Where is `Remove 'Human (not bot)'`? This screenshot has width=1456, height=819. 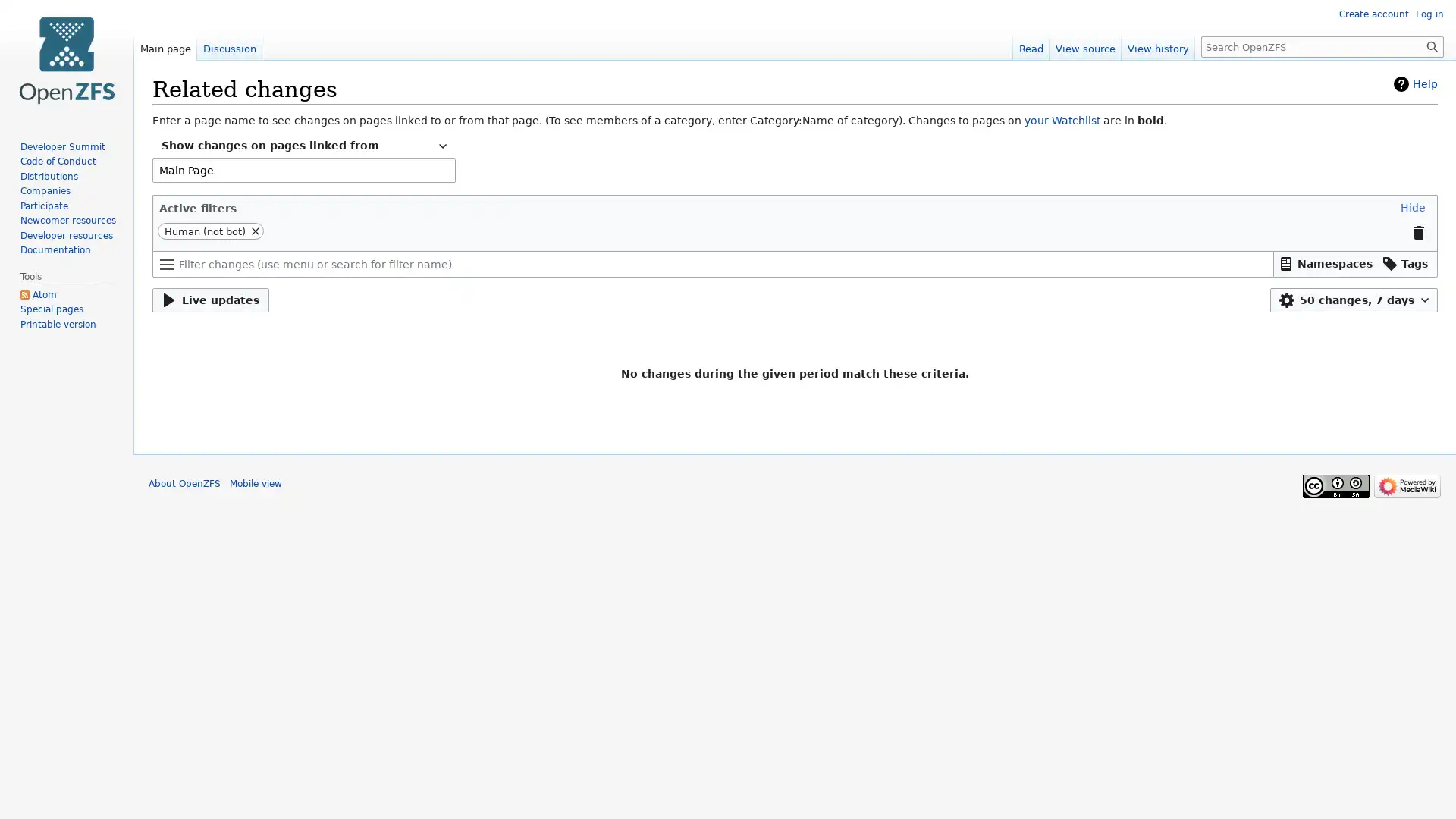 Remove 'Human (not bot)' is located at coordinates (255, 231).